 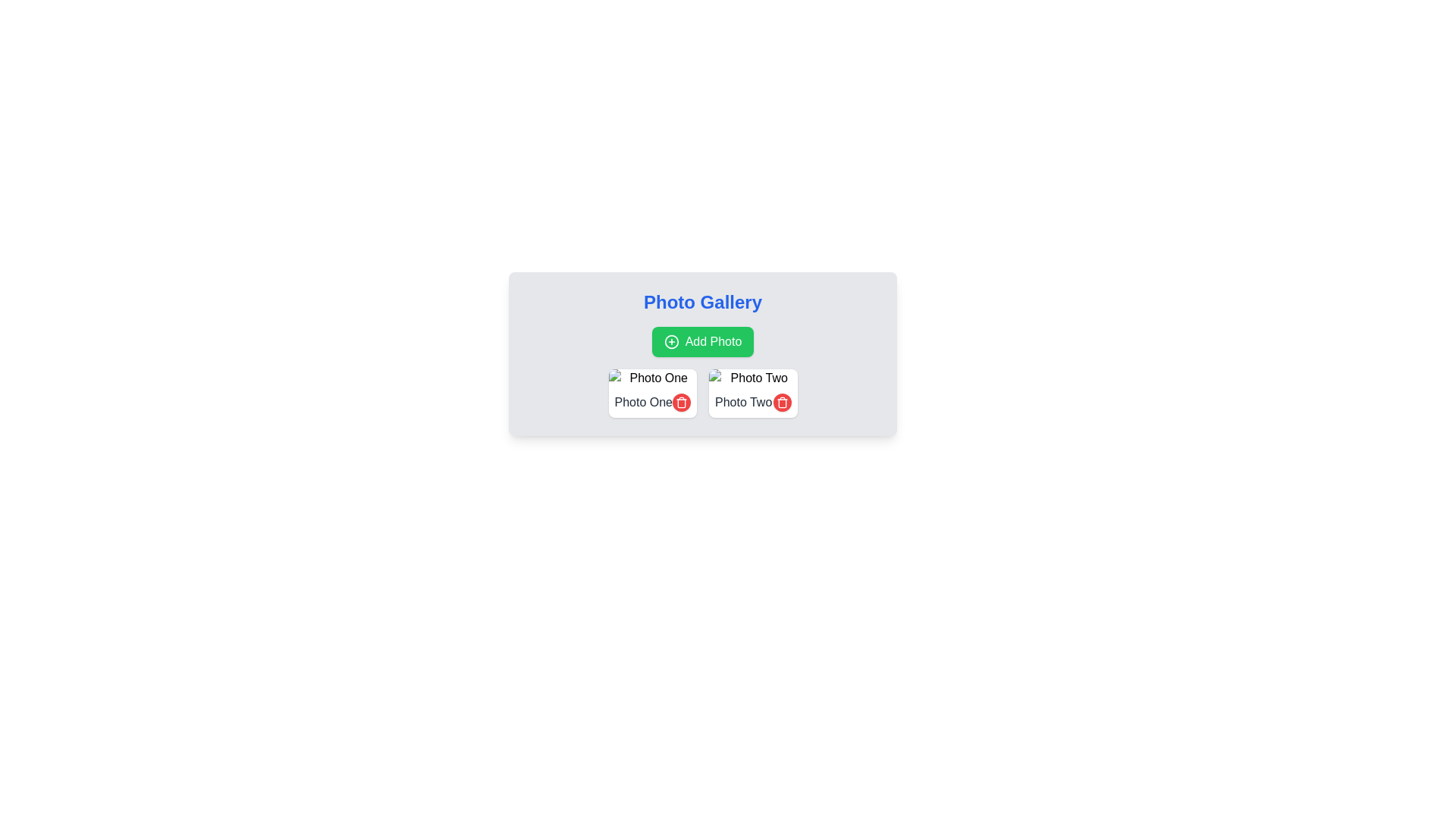 What do you see at coordinates (782, 402) in the screenshot?
I see `the delete icon located in the bottom-right corner of the 'Photo Two' card` at bounding box center [782, 402].